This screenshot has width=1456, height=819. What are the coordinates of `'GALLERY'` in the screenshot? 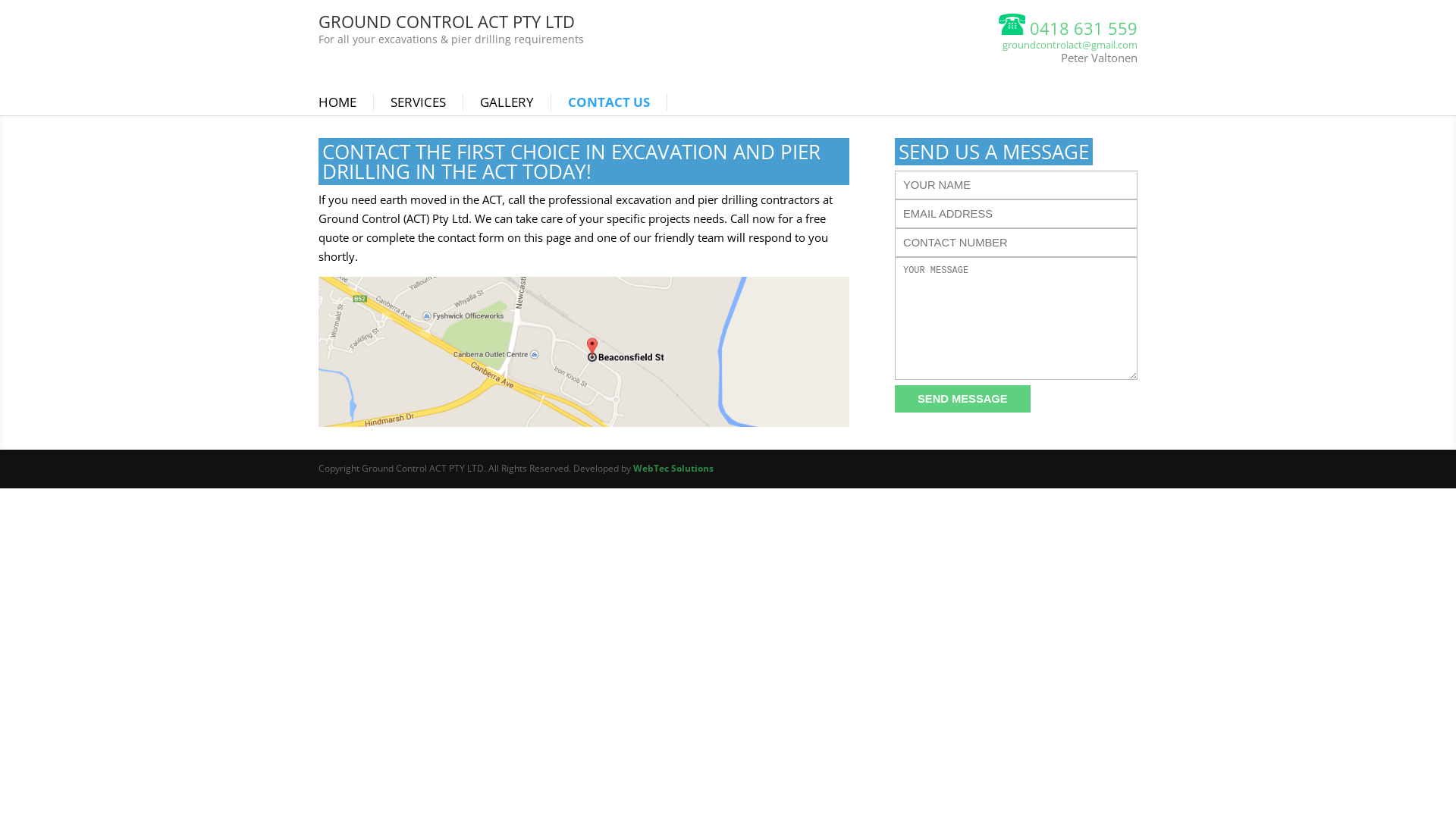 It's located at (516, 102).